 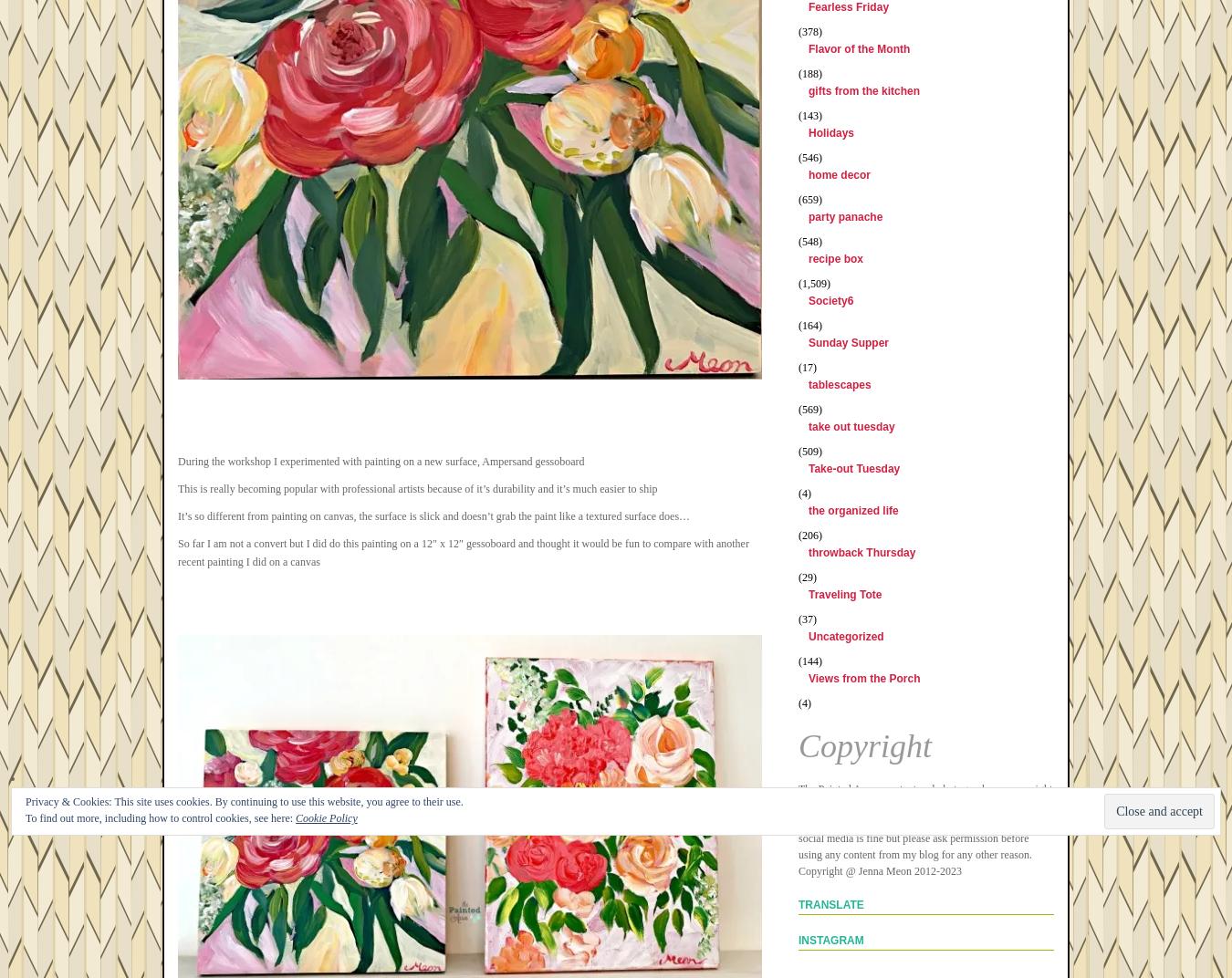 I want to click on '(144)', so click(x=798, y=660).